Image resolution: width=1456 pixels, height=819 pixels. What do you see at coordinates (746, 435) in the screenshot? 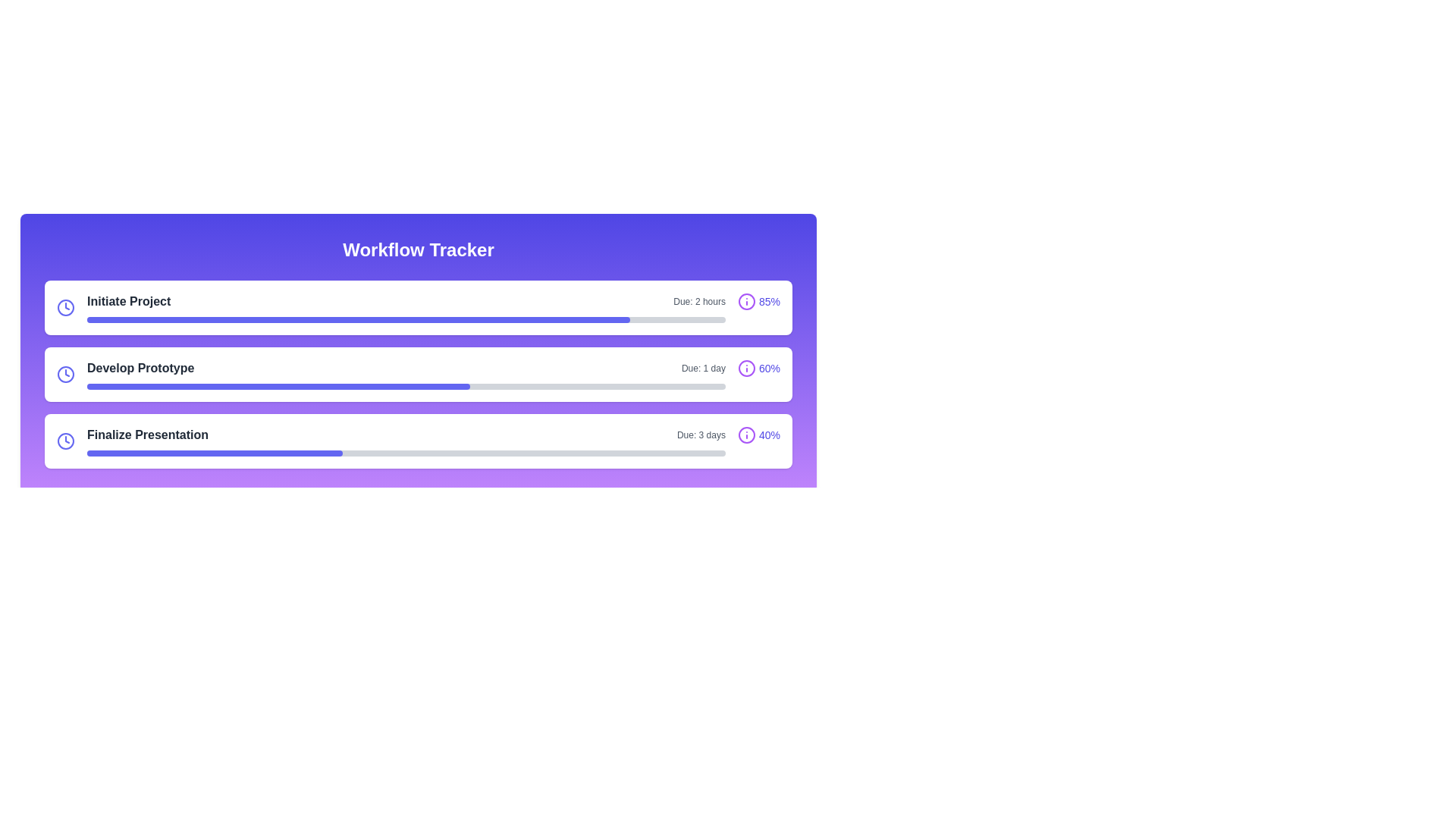
I see `the vibrant purple circular icon with an outlined border and a centered dot, located in the 'Finalize Presentation' row next to the '40%' progress text` at bounding box center [746, 435].